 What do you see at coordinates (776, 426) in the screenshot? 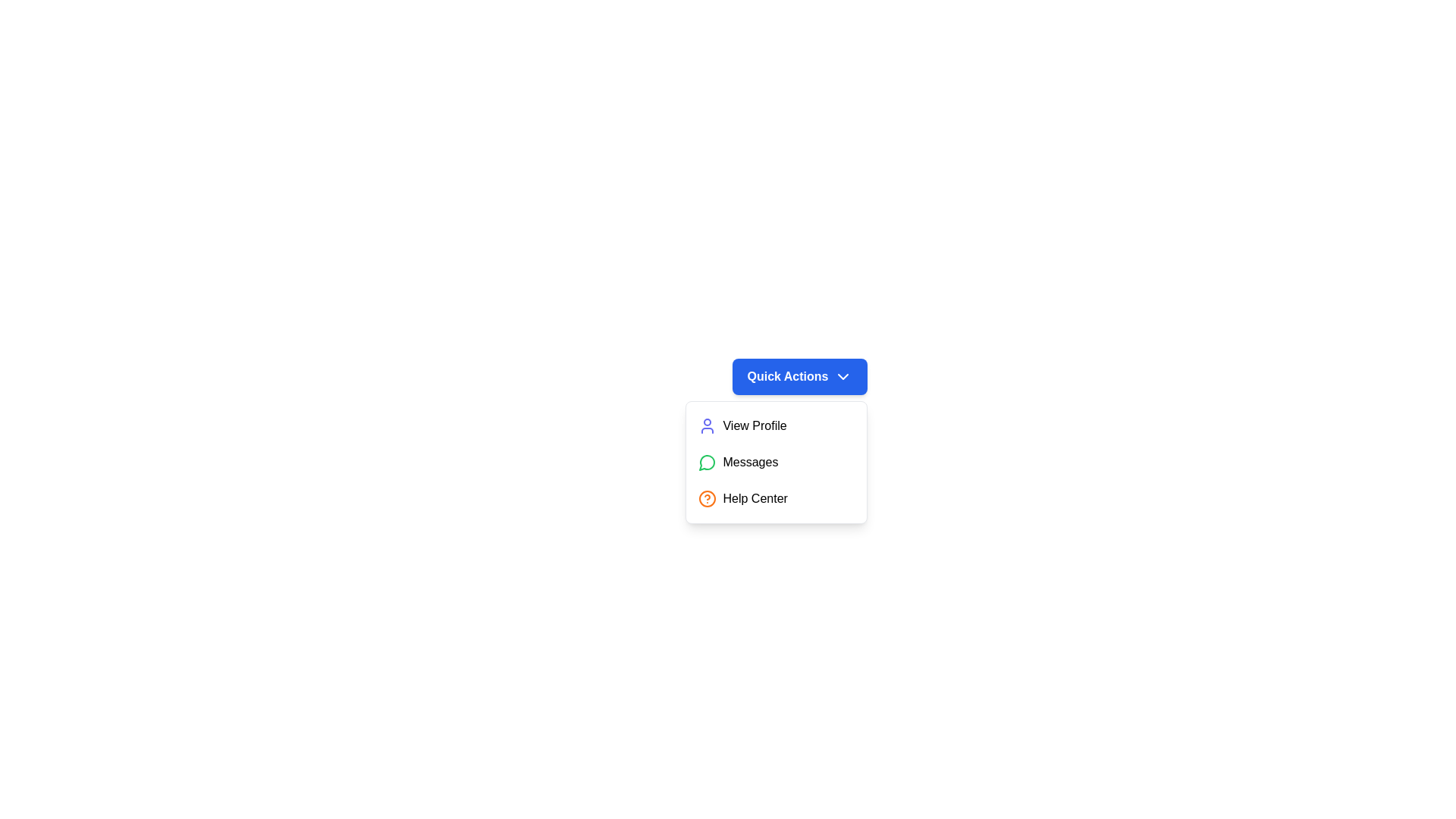
I see `the 'View Profile' option in the dropdown menu` at bounding box center [776, 426].